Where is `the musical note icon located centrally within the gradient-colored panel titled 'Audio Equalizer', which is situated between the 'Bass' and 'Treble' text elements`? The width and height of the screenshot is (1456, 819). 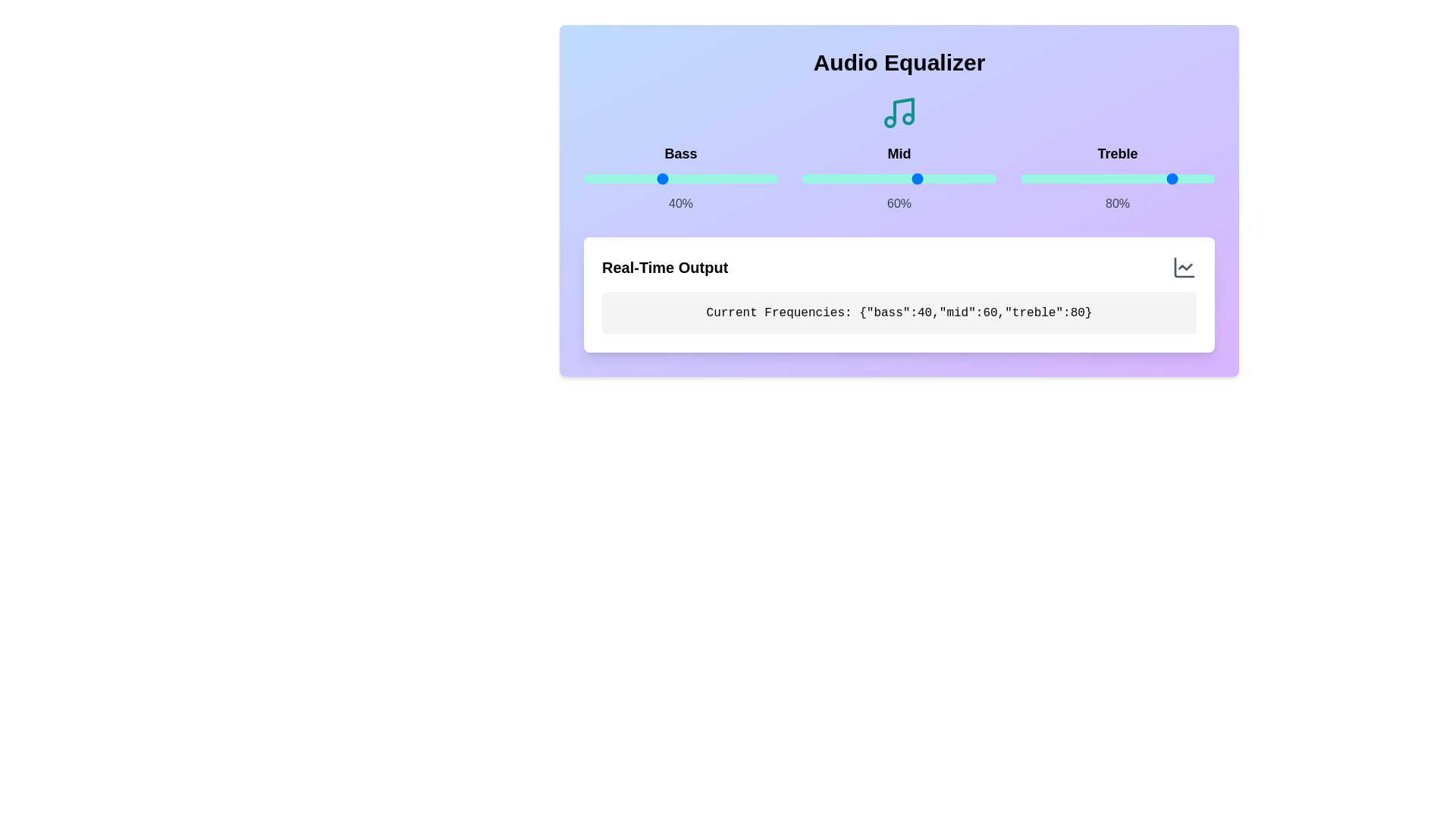
the musical note icon located centrally within the gradient-colored panel titled 'Audio Equalizer', which is situated between the 'Bass' and 'Treble' text elements is located at coordinates (899, 112).